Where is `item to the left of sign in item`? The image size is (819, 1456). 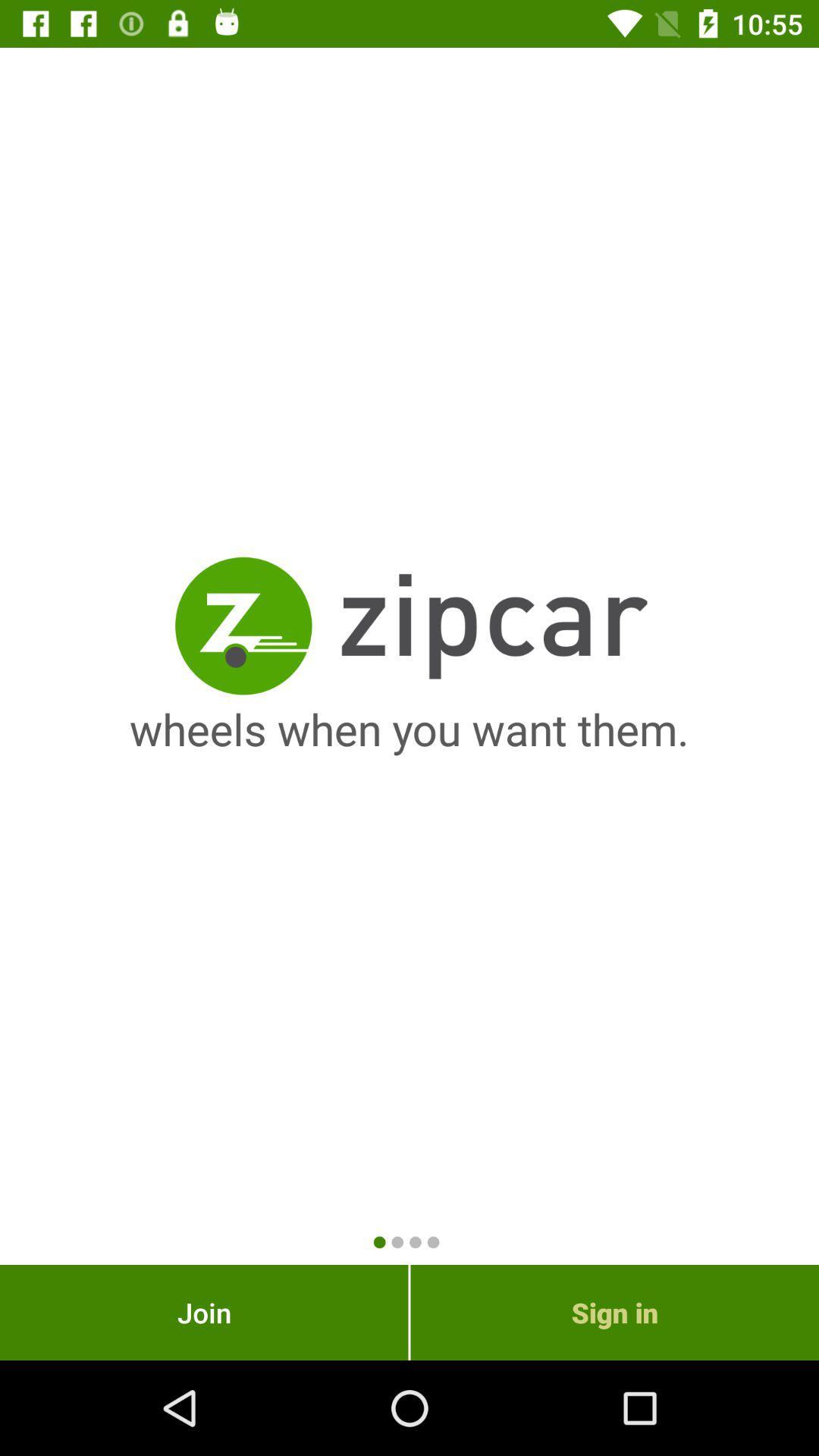 item to the left of sign in item is located at coordinates (203, 1312).